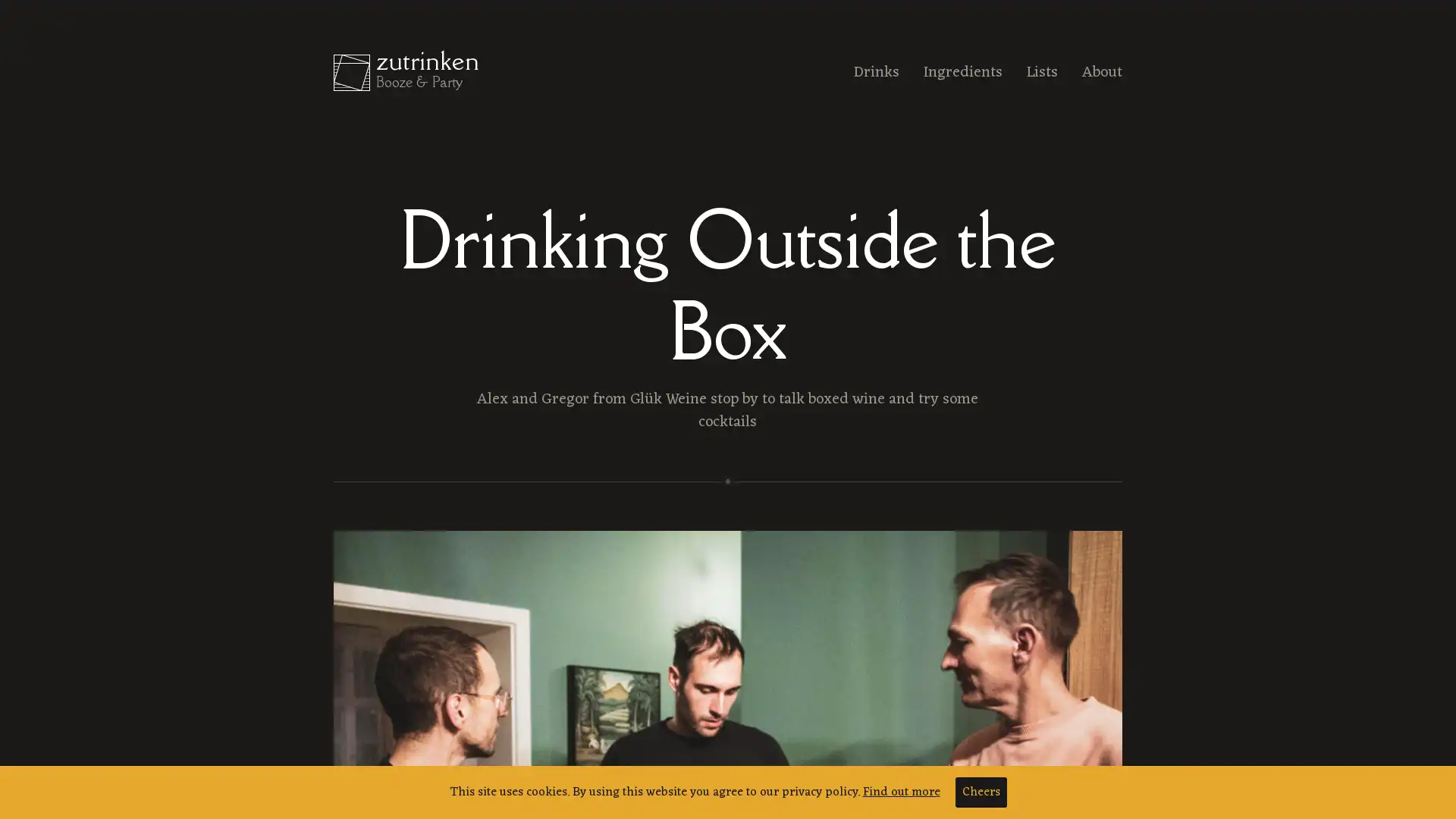  I want to click on Cheers, so click(980, 792).